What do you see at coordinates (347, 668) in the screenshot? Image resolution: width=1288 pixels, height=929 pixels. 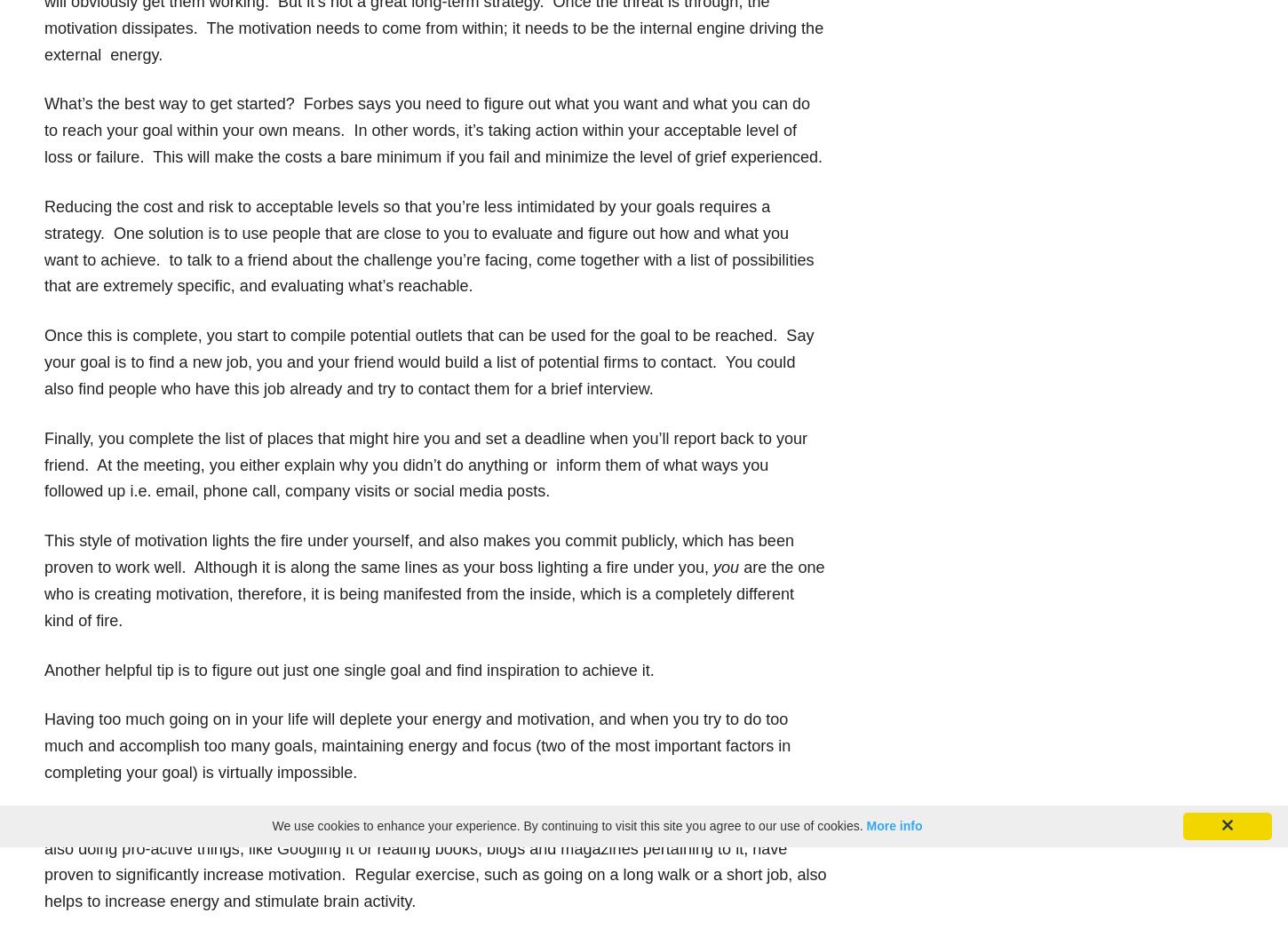 I see `'Another helpful tip is to figure out just one single goal and find inspiration to achieve it.'` at bounding box center [347, 668].